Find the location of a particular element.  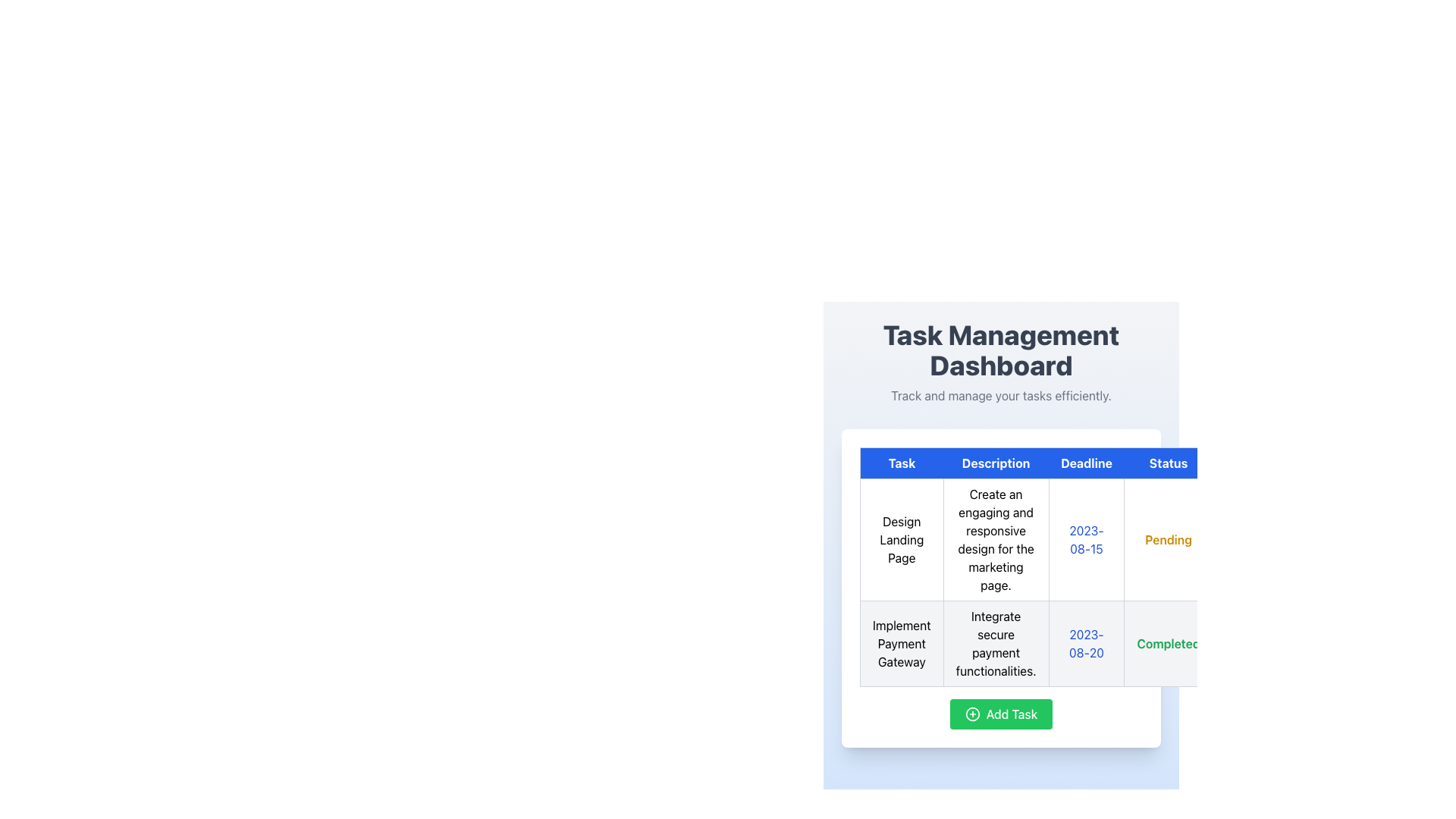

Header Text located at the top of the content section, which indicates the primary functionality related to task management is located at coordinates (1001, 350).